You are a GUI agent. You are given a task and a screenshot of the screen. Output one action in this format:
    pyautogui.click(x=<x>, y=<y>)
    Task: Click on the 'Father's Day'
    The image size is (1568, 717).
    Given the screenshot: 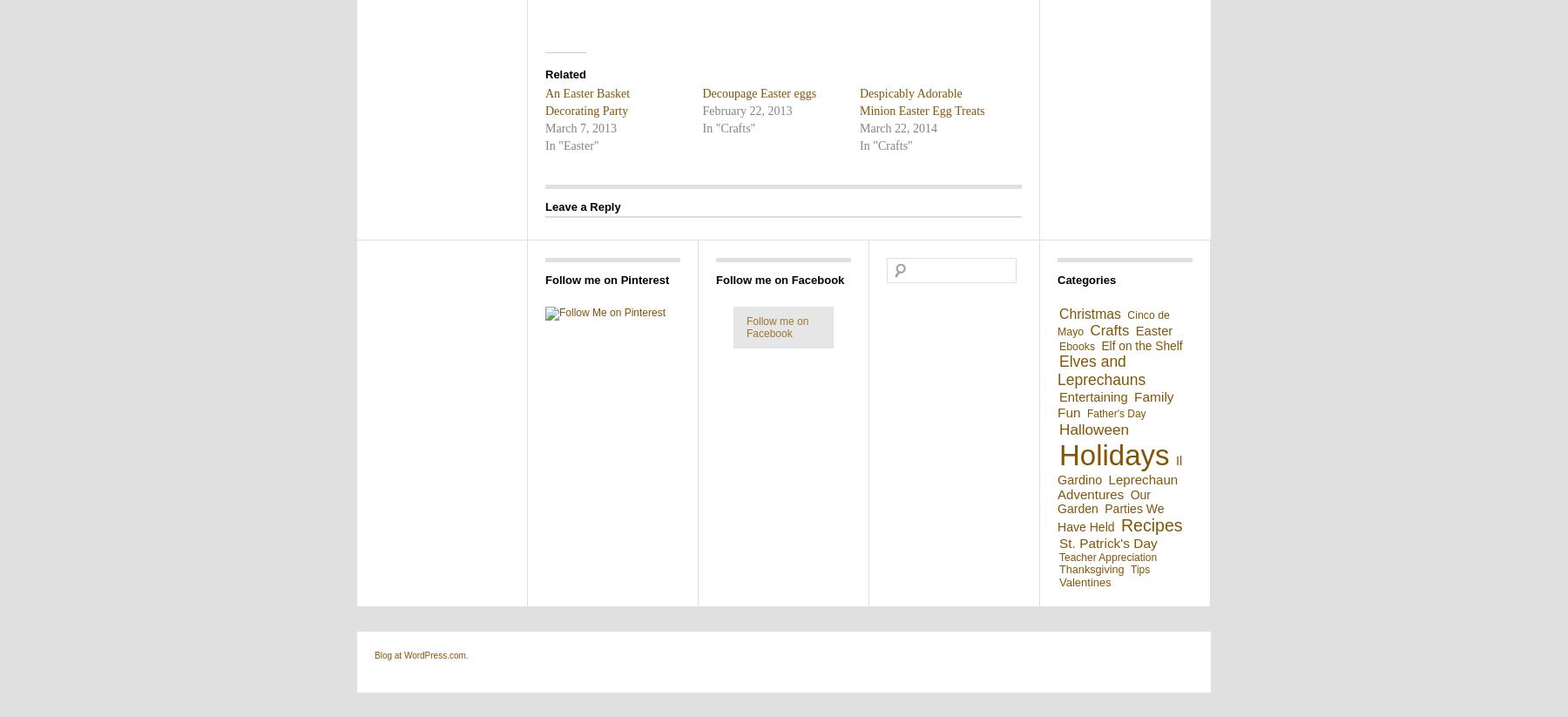 What is the action you would take?
    pyautogui.click(x=1116, y=413)
    